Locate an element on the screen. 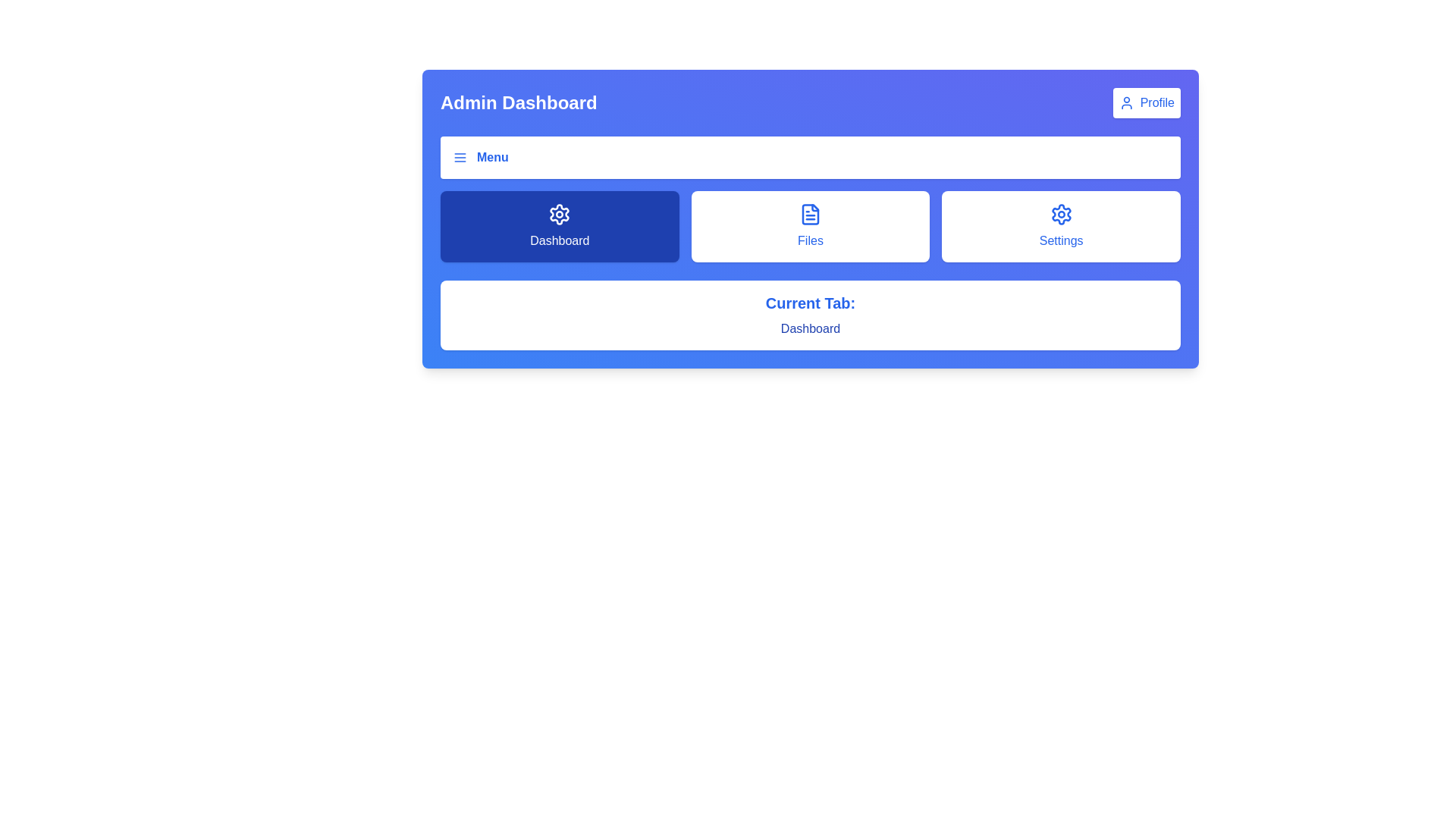 The width and height of the screenshot is (1456, 819). the heading text label at the top-left of the dashboard interface, which provides context to the user about the current page is located at coordinates (519, 102).